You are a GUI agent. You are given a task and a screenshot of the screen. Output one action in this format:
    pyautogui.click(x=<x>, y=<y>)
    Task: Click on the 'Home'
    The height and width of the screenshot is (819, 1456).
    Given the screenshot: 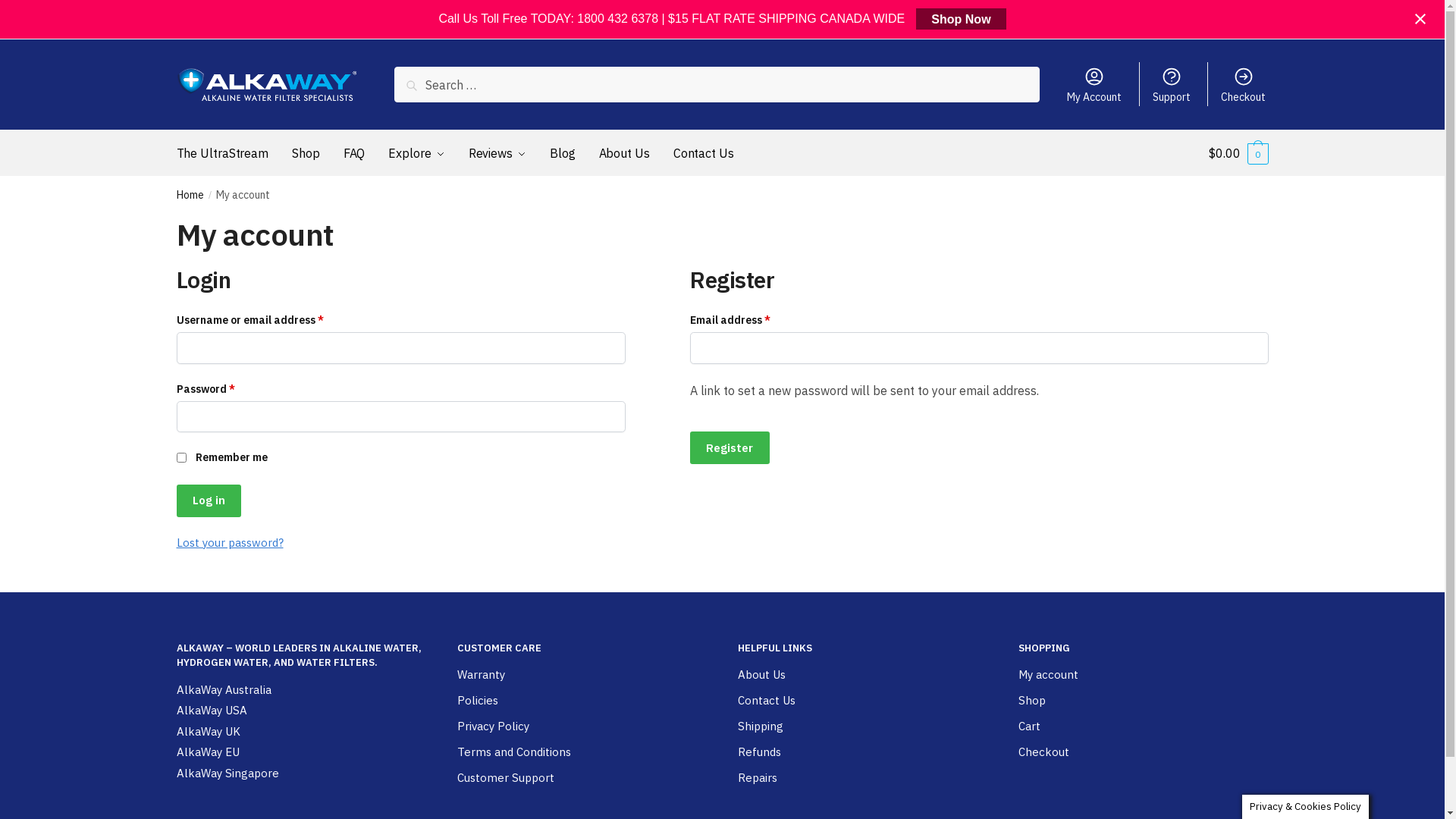 What is the action you would take?
    pyautogui.click(x=188, y=194)
    